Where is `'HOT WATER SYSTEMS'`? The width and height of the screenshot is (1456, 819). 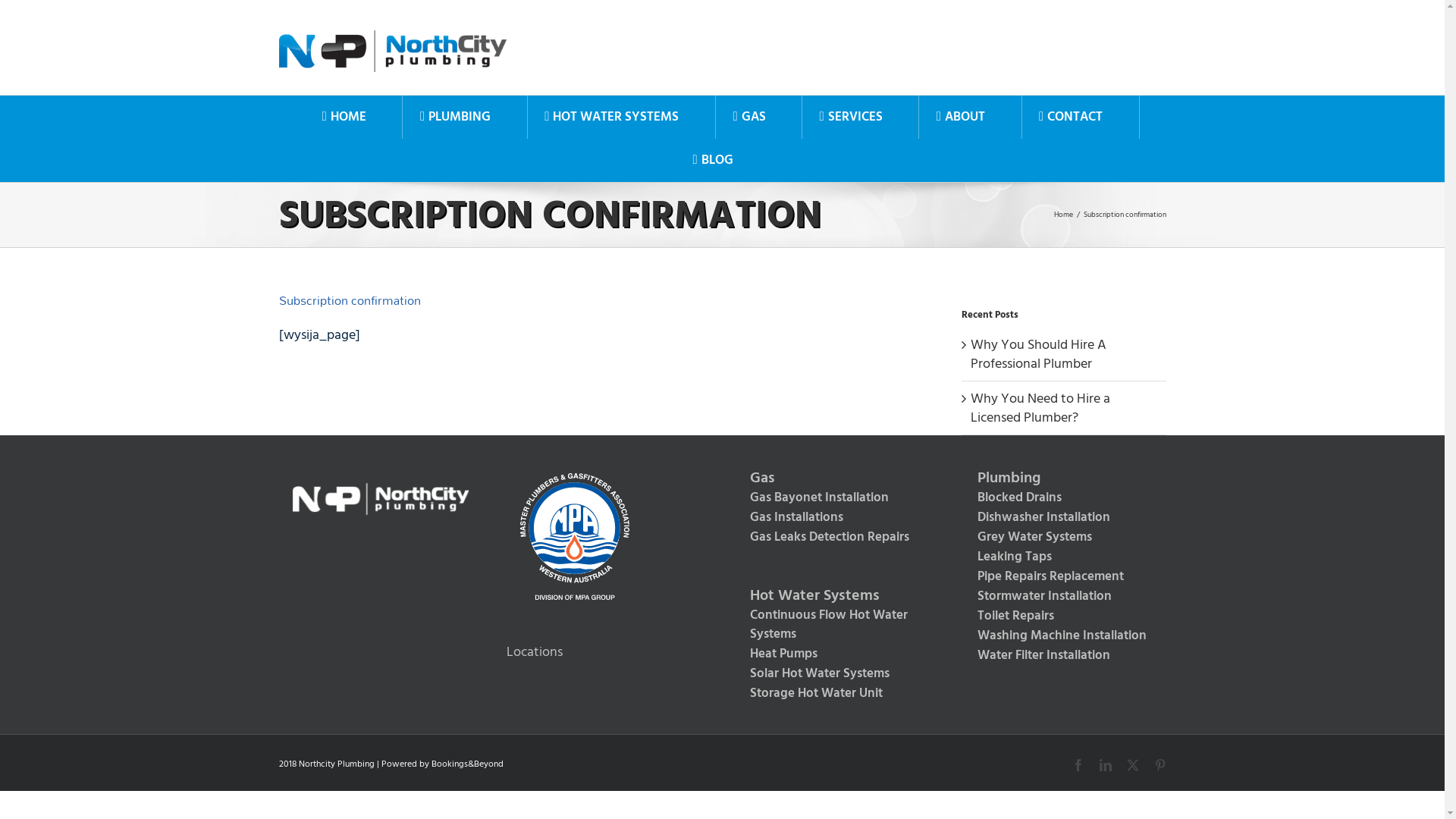 'HOT WATER SYSTEMS' is located at coordinates (528, 116).